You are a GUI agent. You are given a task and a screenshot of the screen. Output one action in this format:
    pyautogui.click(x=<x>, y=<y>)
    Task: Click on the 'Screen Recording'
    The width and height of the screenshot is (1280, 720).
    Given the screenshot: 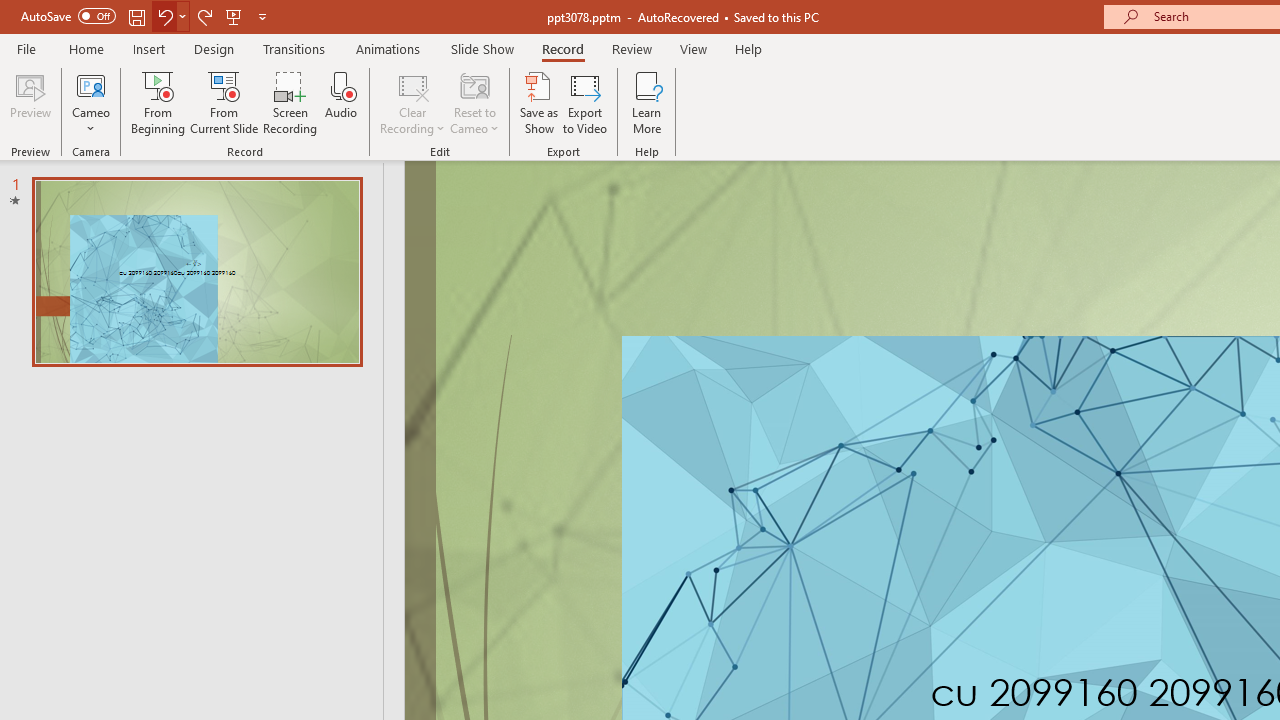 What is the action you would take?
    pyautogui.click(x=289, y=103)
    